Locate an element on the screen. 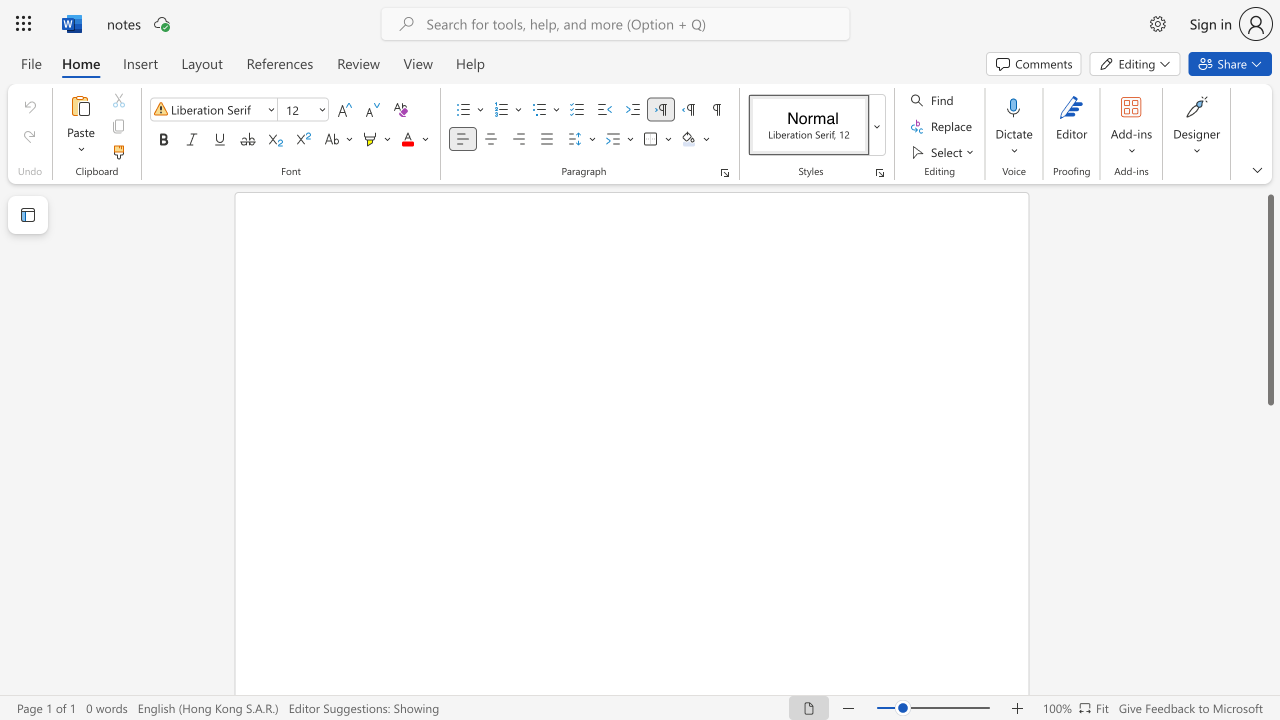  the scrollbar and move up 10 pixels is located at coordinates (1269, 300).